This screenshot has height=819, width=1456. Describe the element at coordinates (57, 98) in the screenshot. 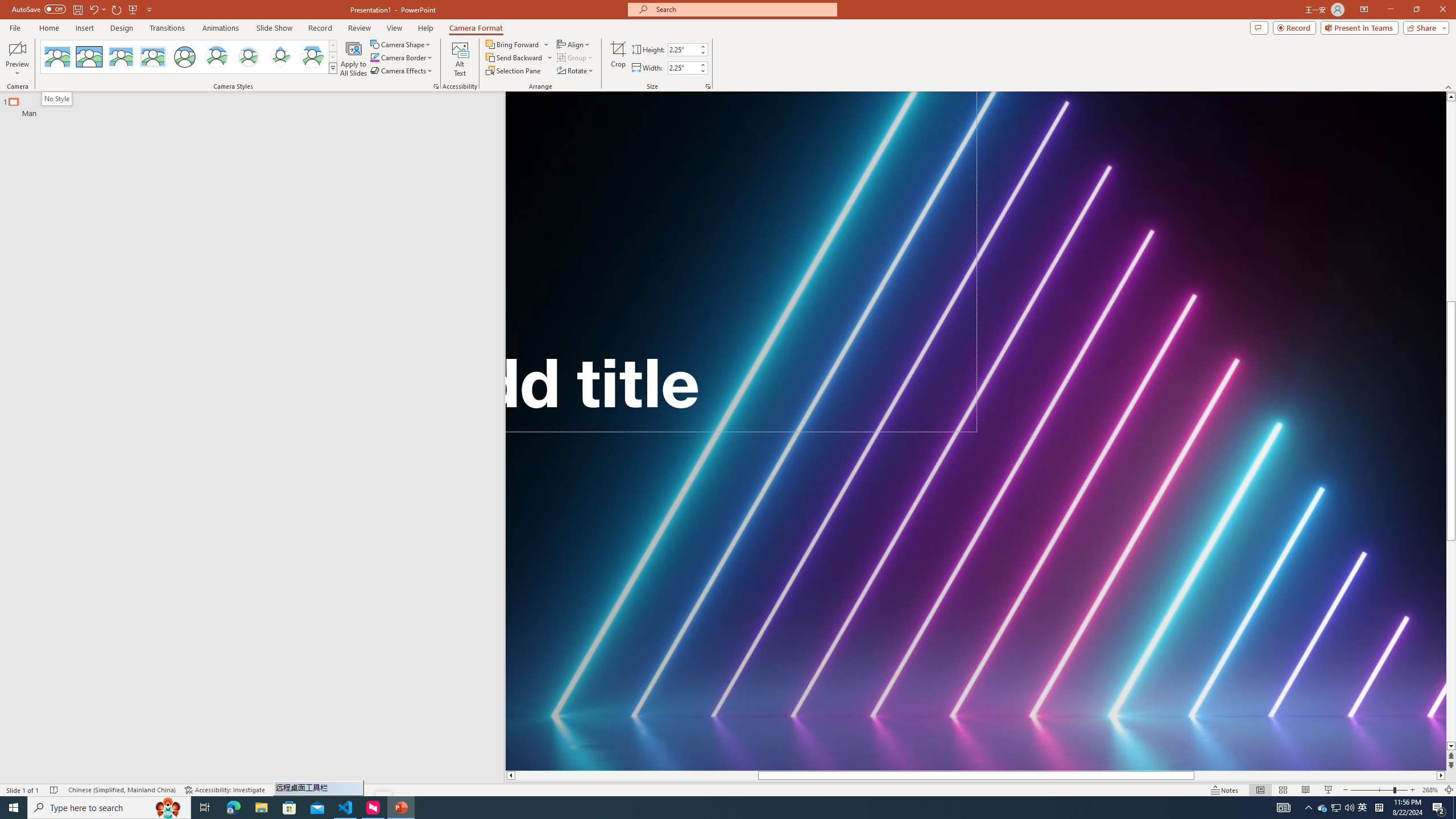

I see `'No Style'` at that location.